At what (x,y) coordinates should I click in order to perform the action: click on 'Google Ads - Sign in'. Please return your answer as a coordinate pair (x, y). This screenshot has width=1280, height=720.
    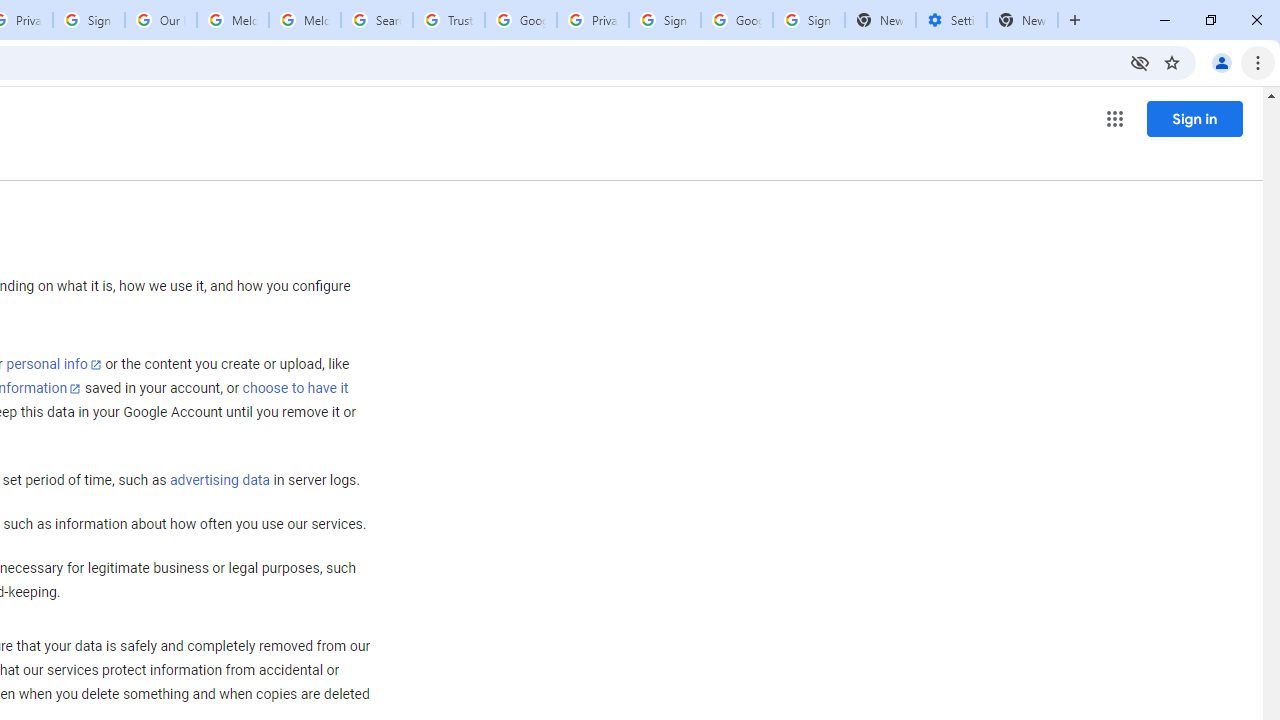
    Looking at the image, I should click on (520, 20).